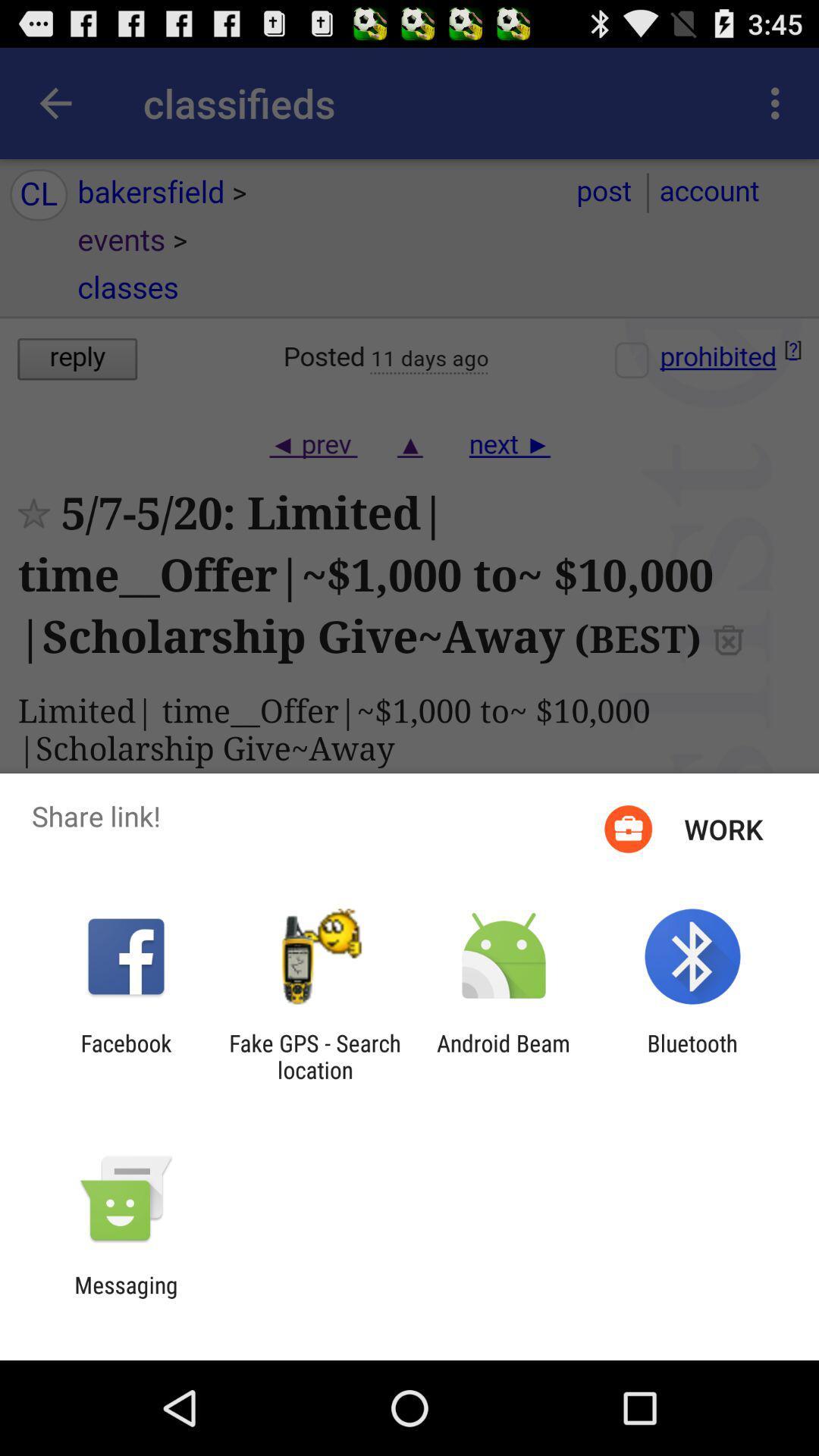 This screenshot has width=819, height=1456. What do you see at coordinates (504, 1056) in the screenshot?
I see `app to the left of the bluetooth app` at bounding box center [504, 1056].